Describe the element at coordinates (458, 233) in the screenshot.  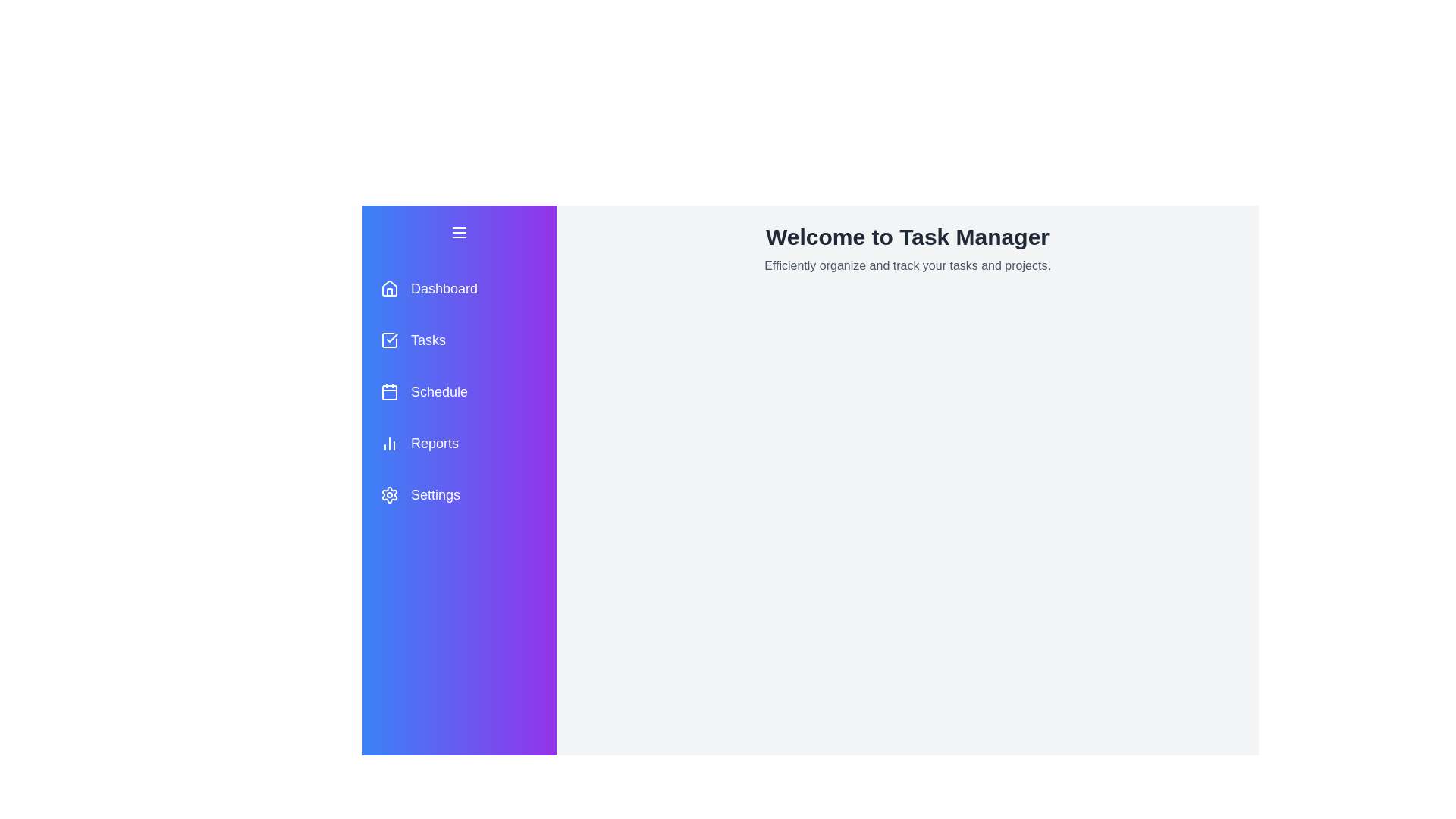
I see `the drawer toggle button to toggle the drawer open or closed` at that location.